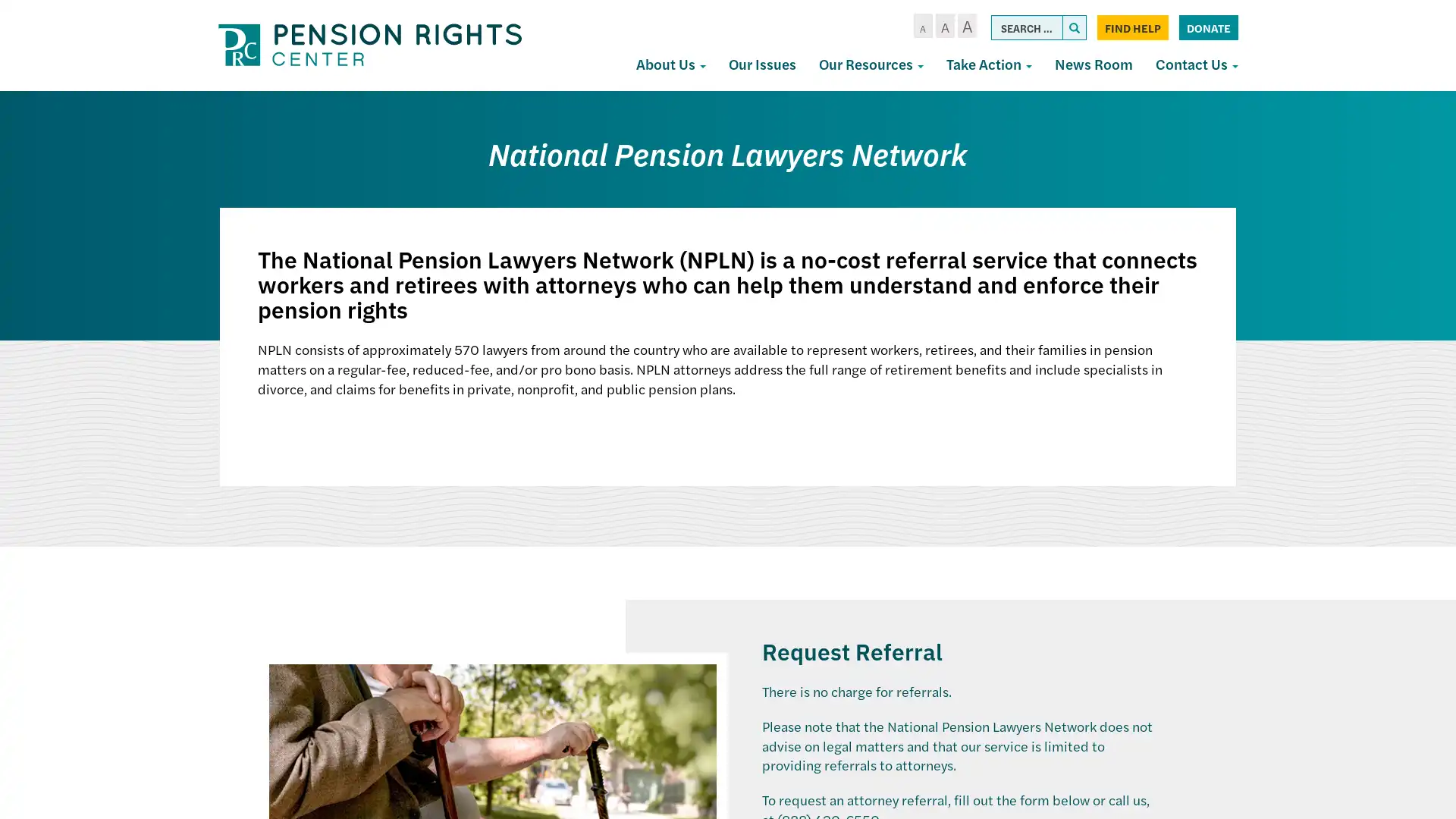 The width and height of the screenshot is (1456, 819). What do you see at coordinates (921, 26) in the screenshot?
I see `A` at bounding box center [921, 26].